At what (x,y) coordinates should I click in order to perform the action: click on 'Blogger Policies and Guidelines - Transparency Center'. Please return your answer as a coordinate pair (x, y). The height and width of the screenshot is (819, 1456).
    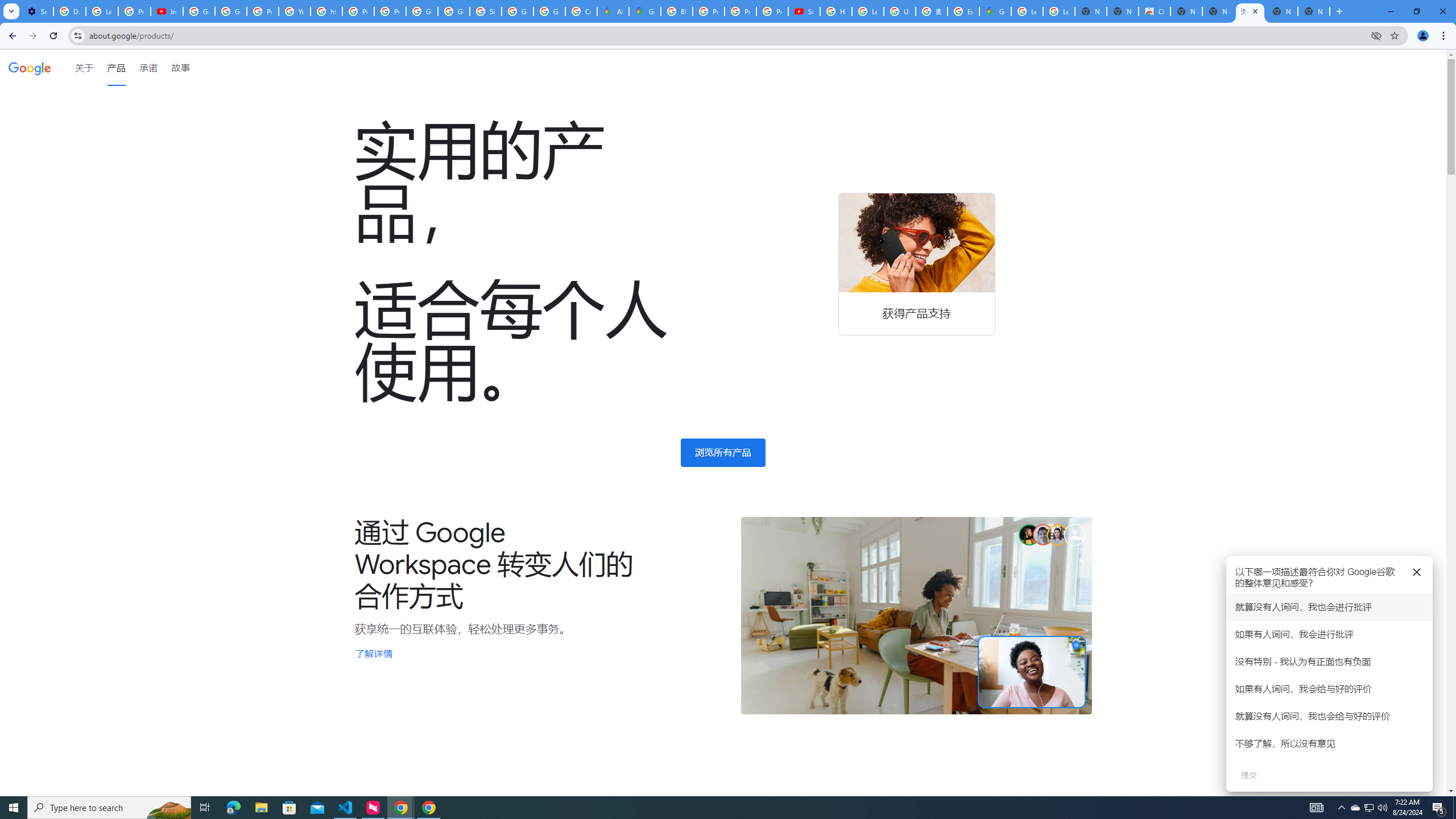
    Looking at the image, I should click on (676, 11).